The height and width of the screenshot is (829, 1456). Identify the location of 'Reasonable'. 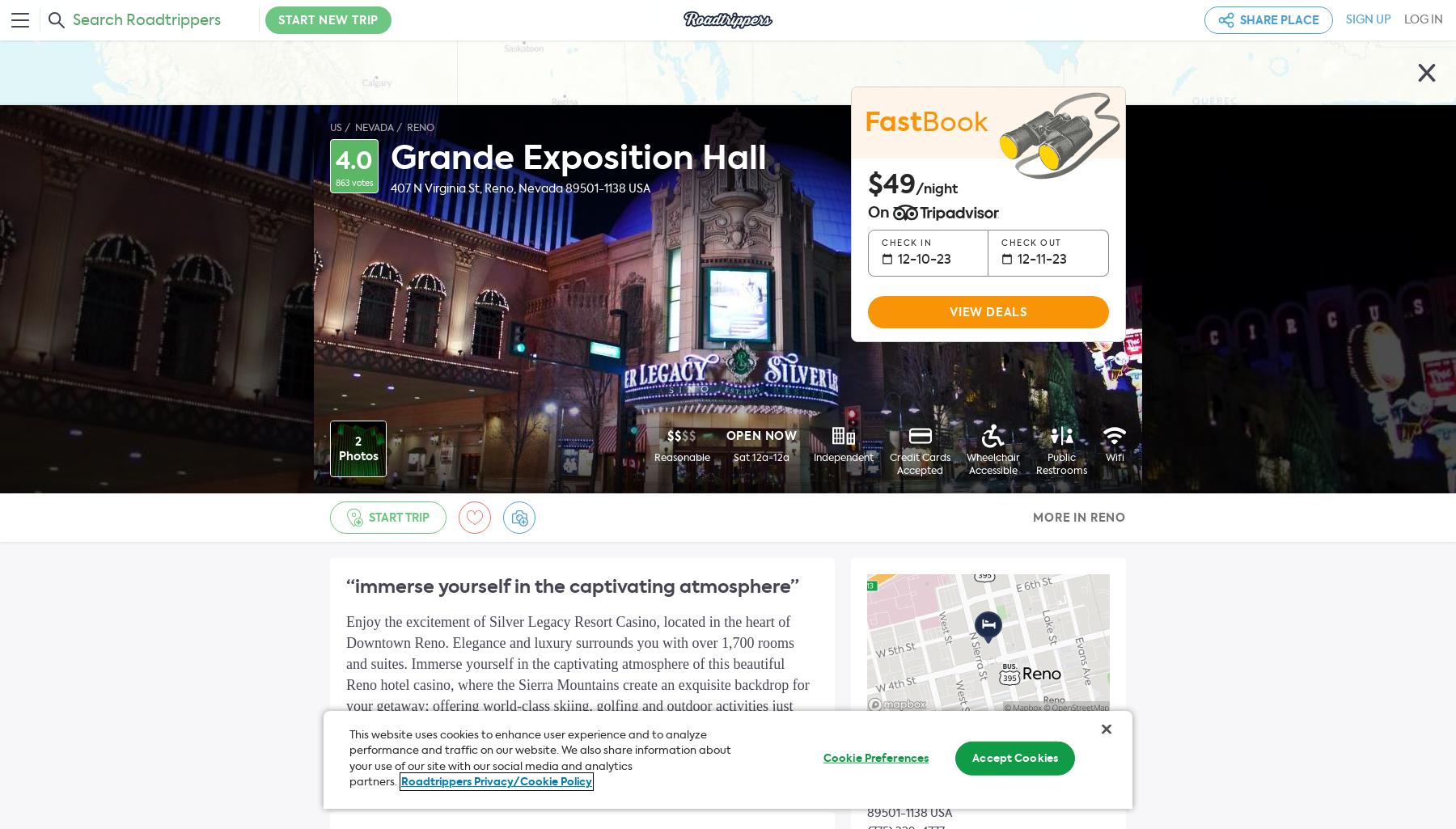
(681, 458).